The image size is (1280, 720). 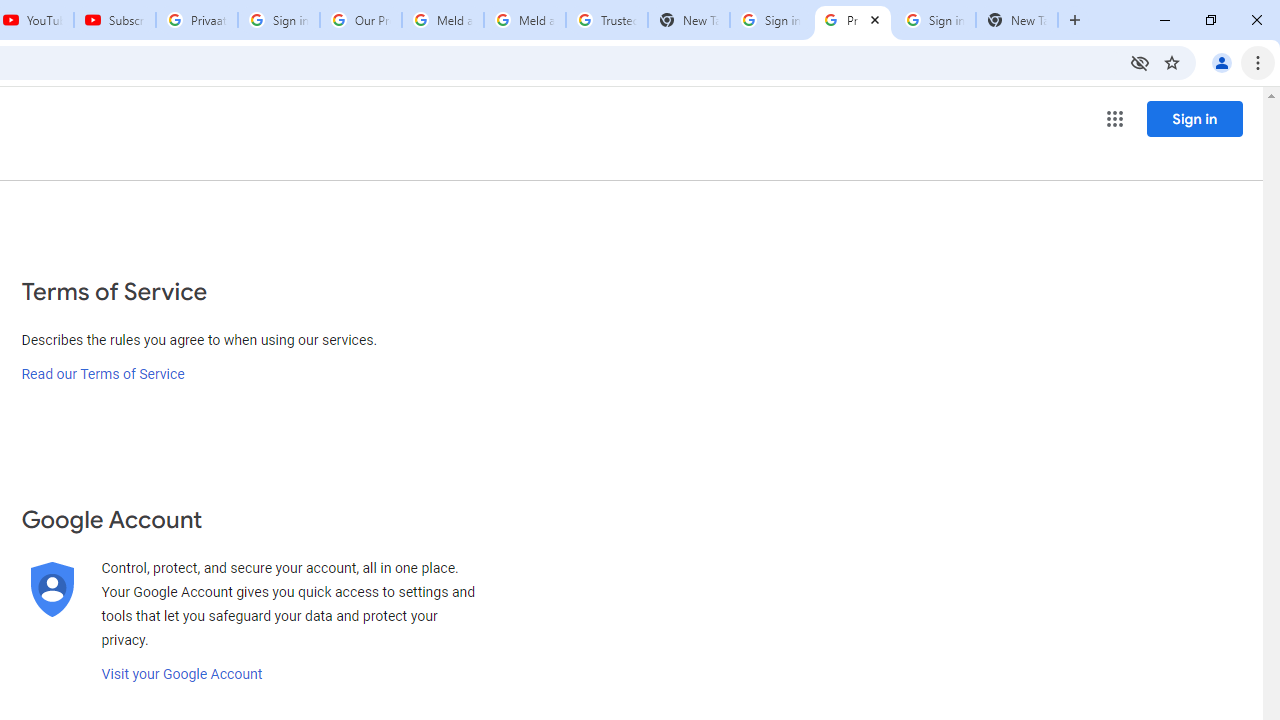 What do you see at coordinates (1139, 61) in the screenshot?
I see `'Third-party cookies blocked'` at bounding box center [1139, 61].